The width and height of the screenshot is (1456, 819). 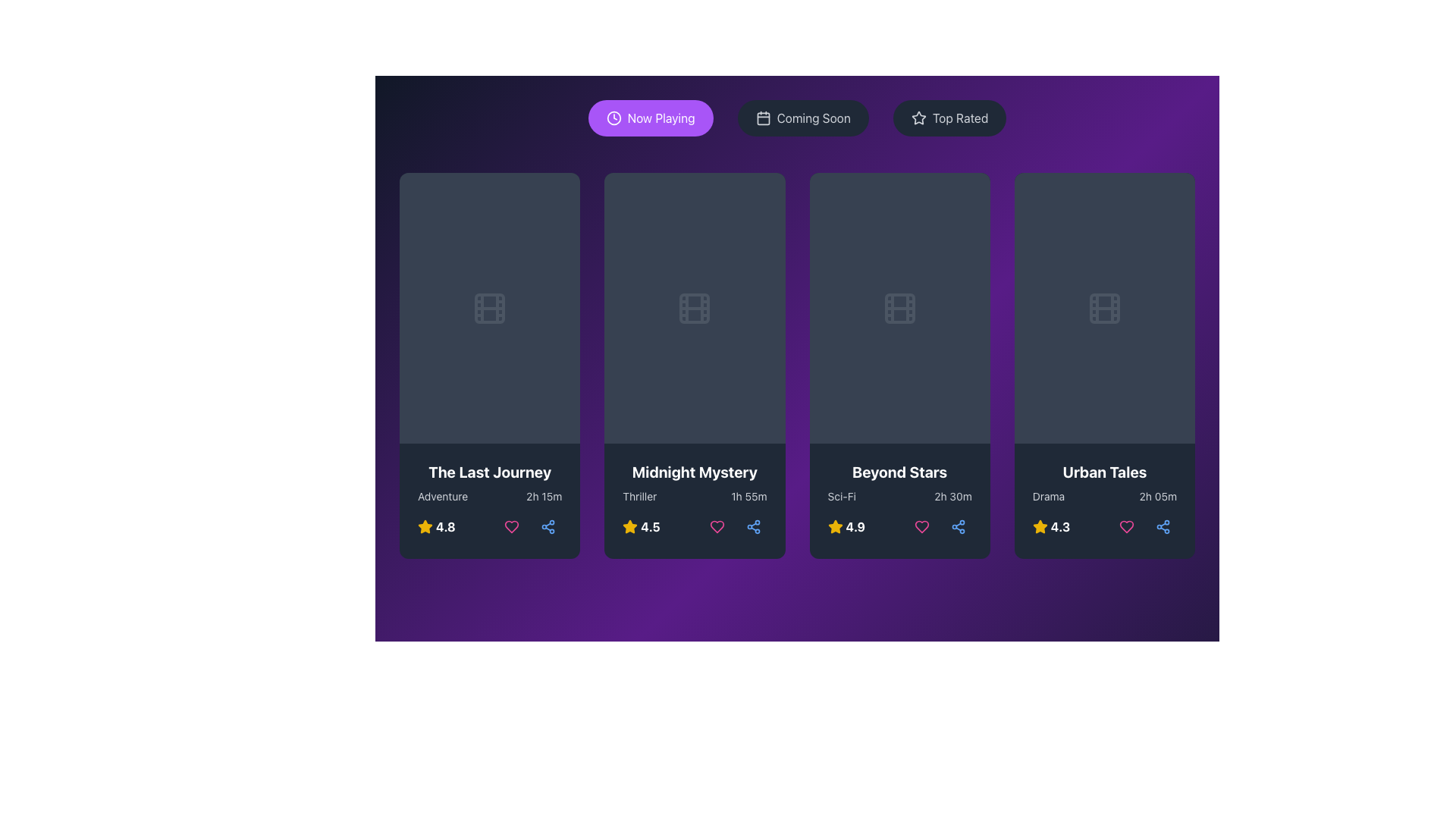 What do you see at coordinates (763, 117) in the screenshot?
I see `the 'Coming Soon' button which contains the calendar icon` at bounding box center [763, 117].